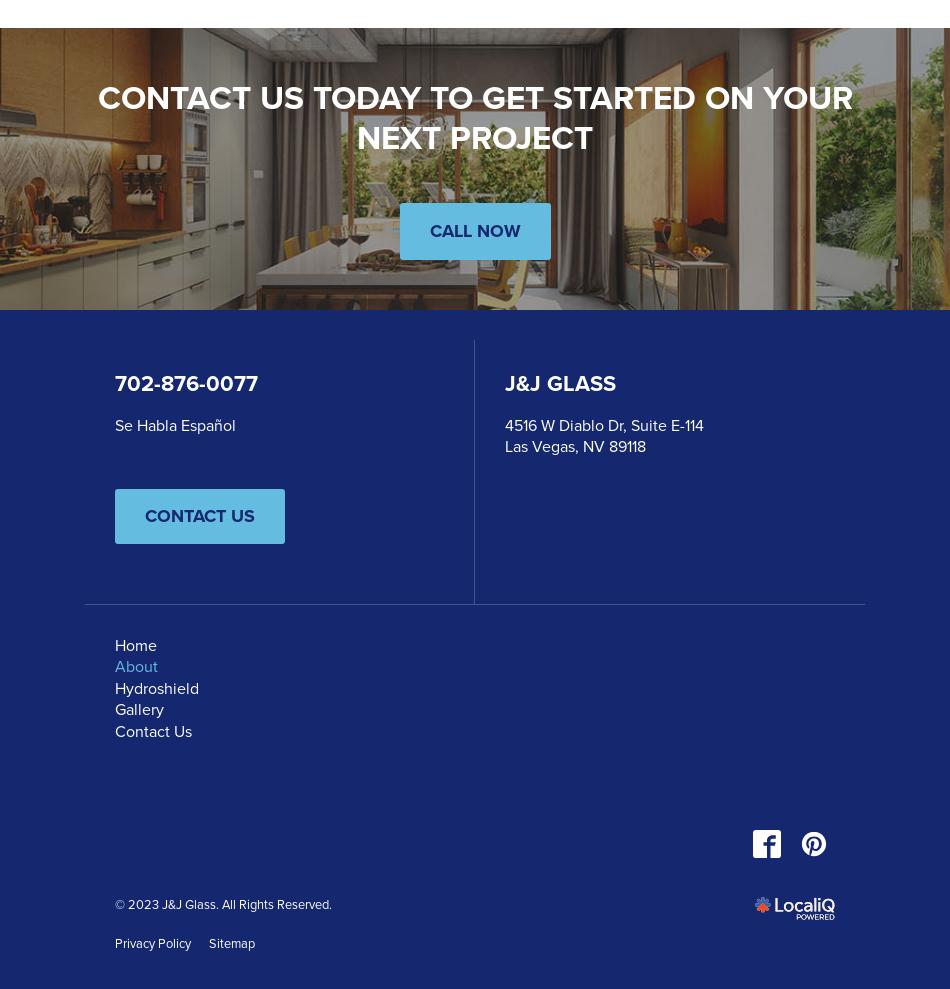  Describe the element at coordinates (223, 902) in the screenshot. I see `'© 2023 J&J Glass. All Rights Reserved.'` at that location.